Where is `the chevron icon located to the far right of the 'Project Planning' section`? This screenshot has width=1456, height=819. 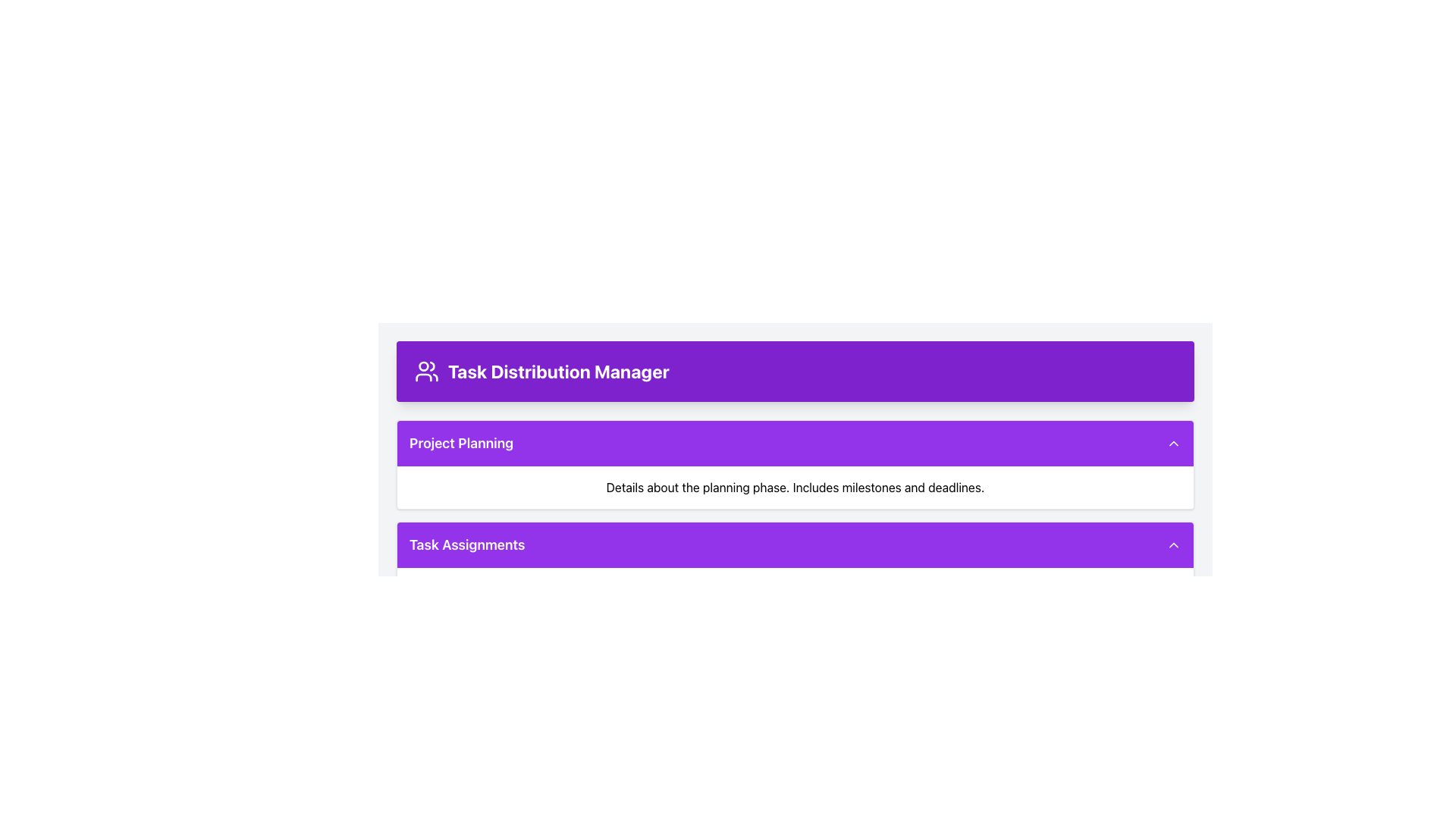
the chevron icon located to the far right of the 'Project Planning' section is located at coordinates (1173, 444).